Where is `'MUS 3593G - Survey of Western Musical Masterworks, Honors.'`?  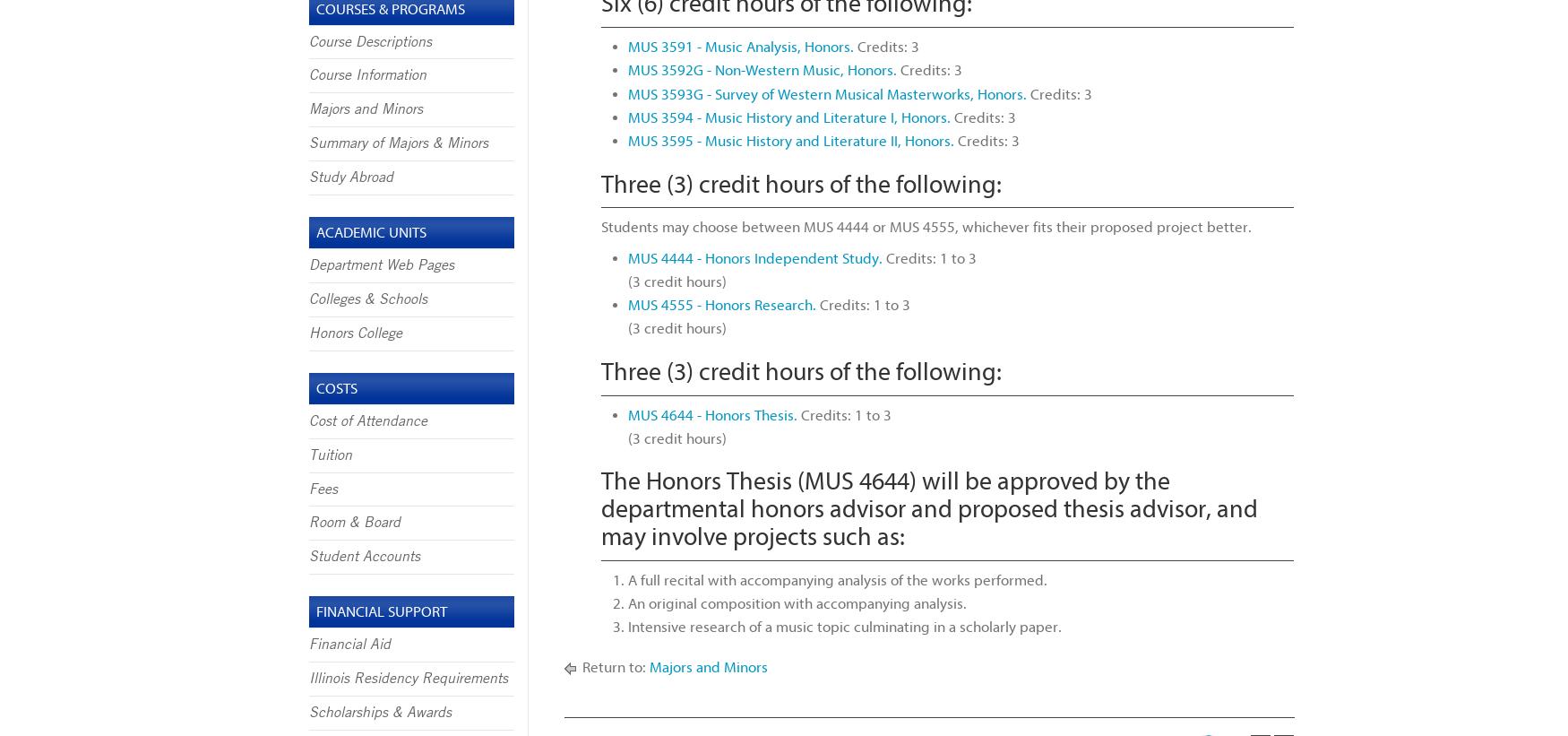
'MUS 3593G - Survey of Western Musical Masterworks, Honors.' is located at coordinates (825, 92).